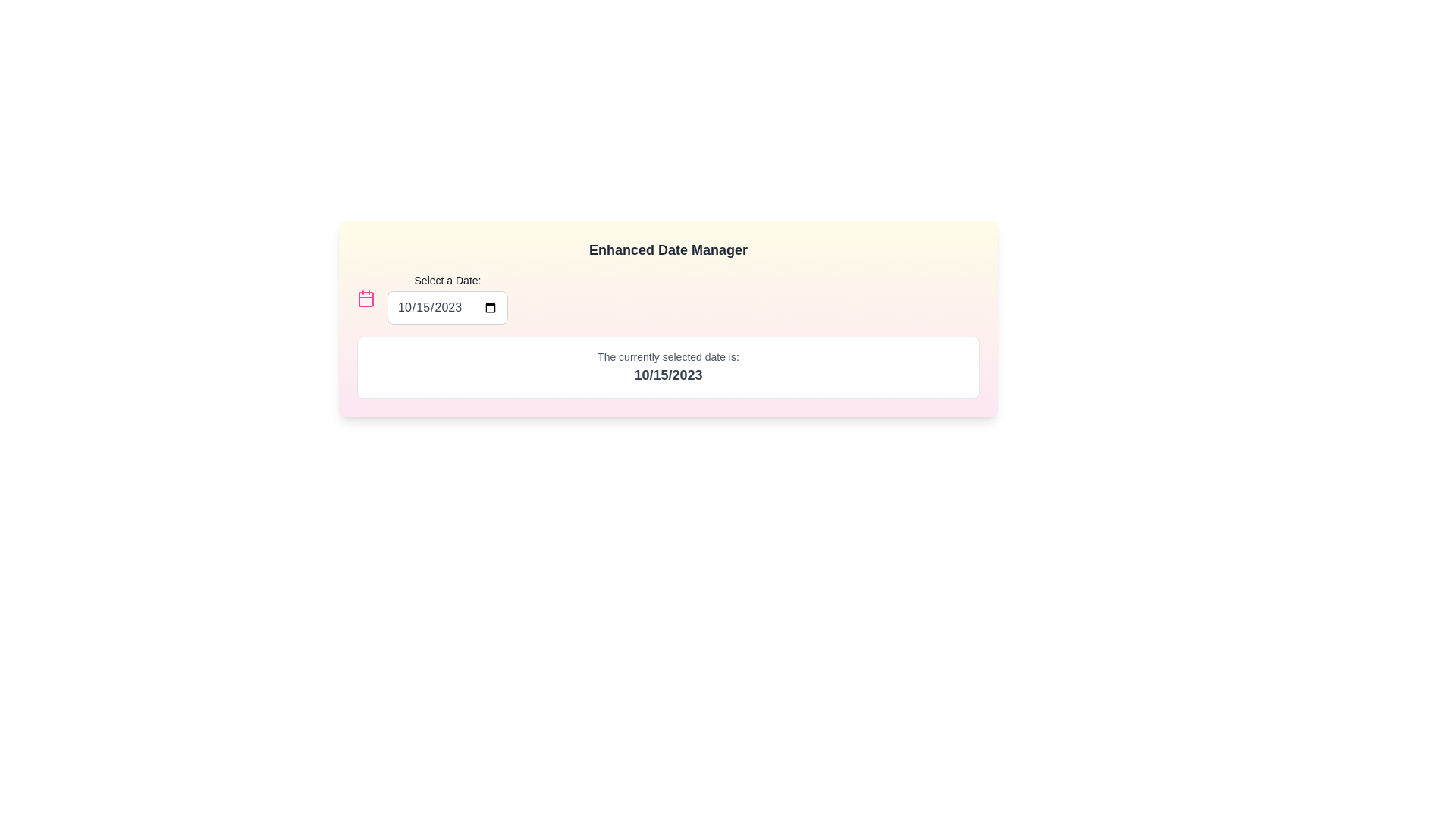 Image resolution: width=1456 pixels, height=819 pixels. What do you see at coordinates (447, 307) in the screenshot?
I see `the Date Input Field located below the label 'Select a Date:'` at bounding box center [447, 307].